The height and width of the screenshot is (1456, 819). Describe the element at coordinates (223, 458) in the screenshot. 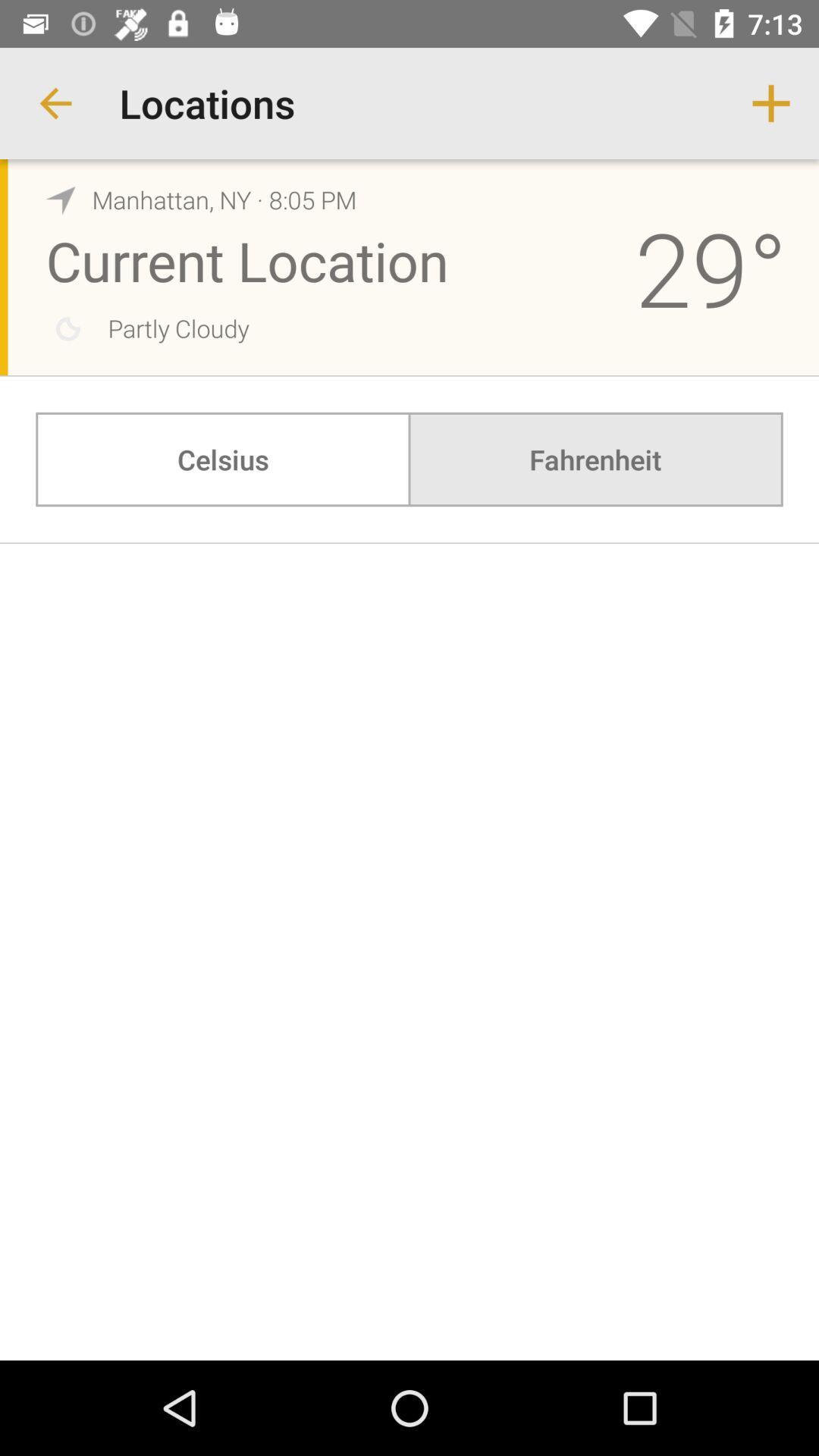

I see `celsius icon` at that location.